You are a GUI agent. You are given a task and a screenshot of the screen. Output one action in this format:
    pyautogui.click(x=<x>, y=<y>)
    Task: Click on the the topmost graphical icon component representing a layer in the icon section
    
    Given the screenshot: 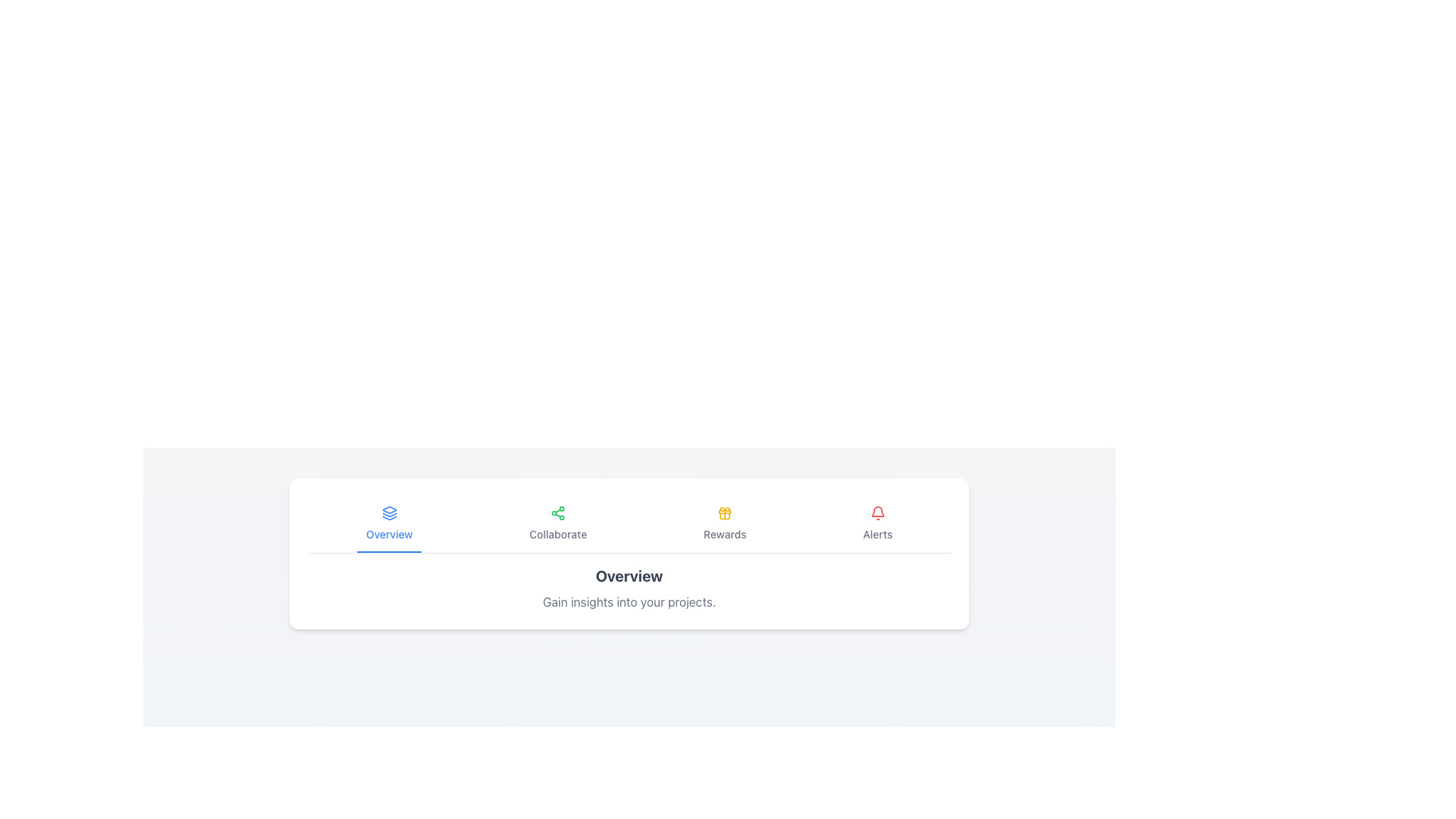 What is the action you would take?
    pyautogui.click(x=389, y=510)
    